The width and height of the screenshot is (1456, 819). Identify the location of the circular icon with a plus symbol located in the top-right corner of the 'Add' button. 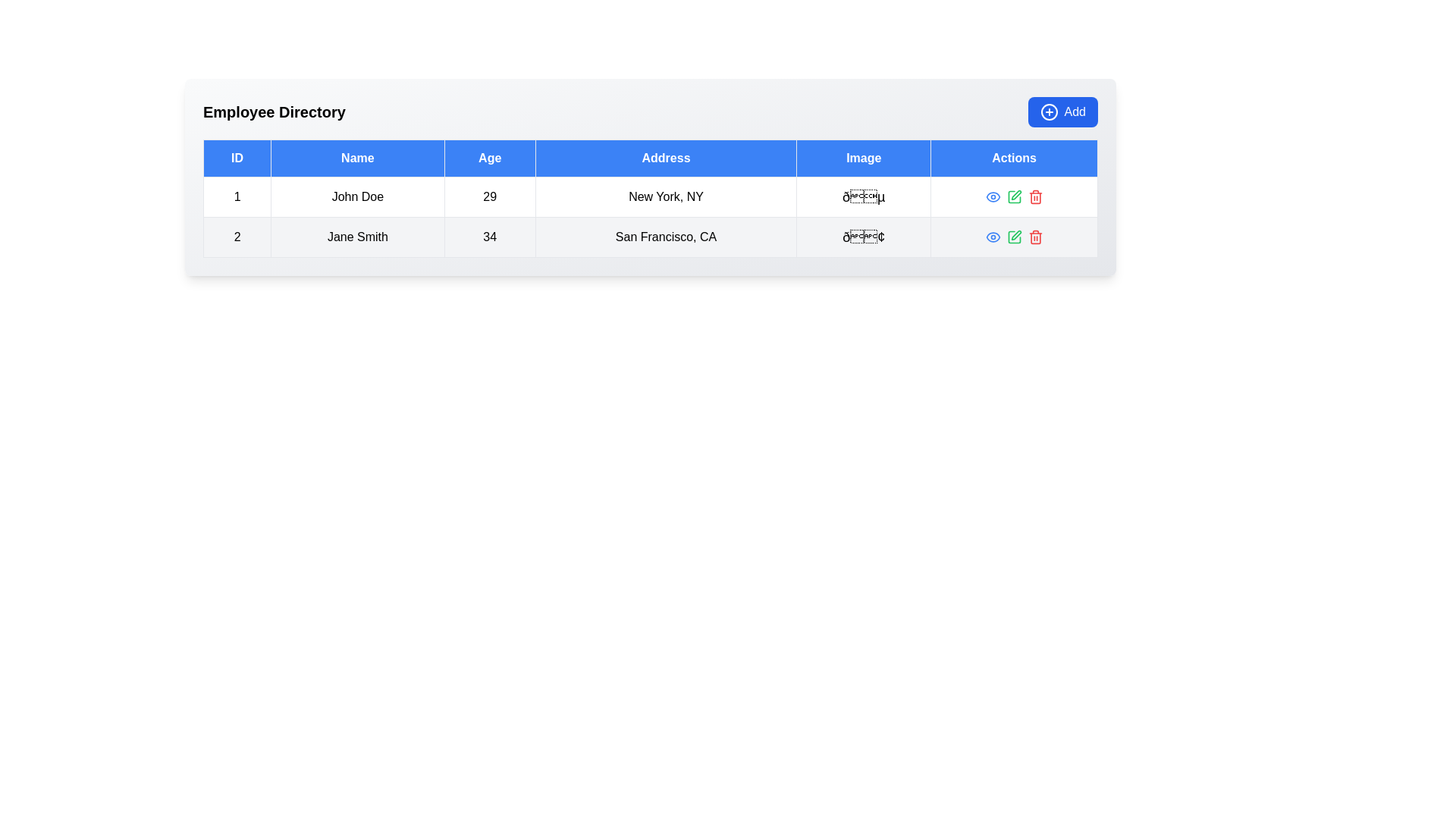
(1048, 111).